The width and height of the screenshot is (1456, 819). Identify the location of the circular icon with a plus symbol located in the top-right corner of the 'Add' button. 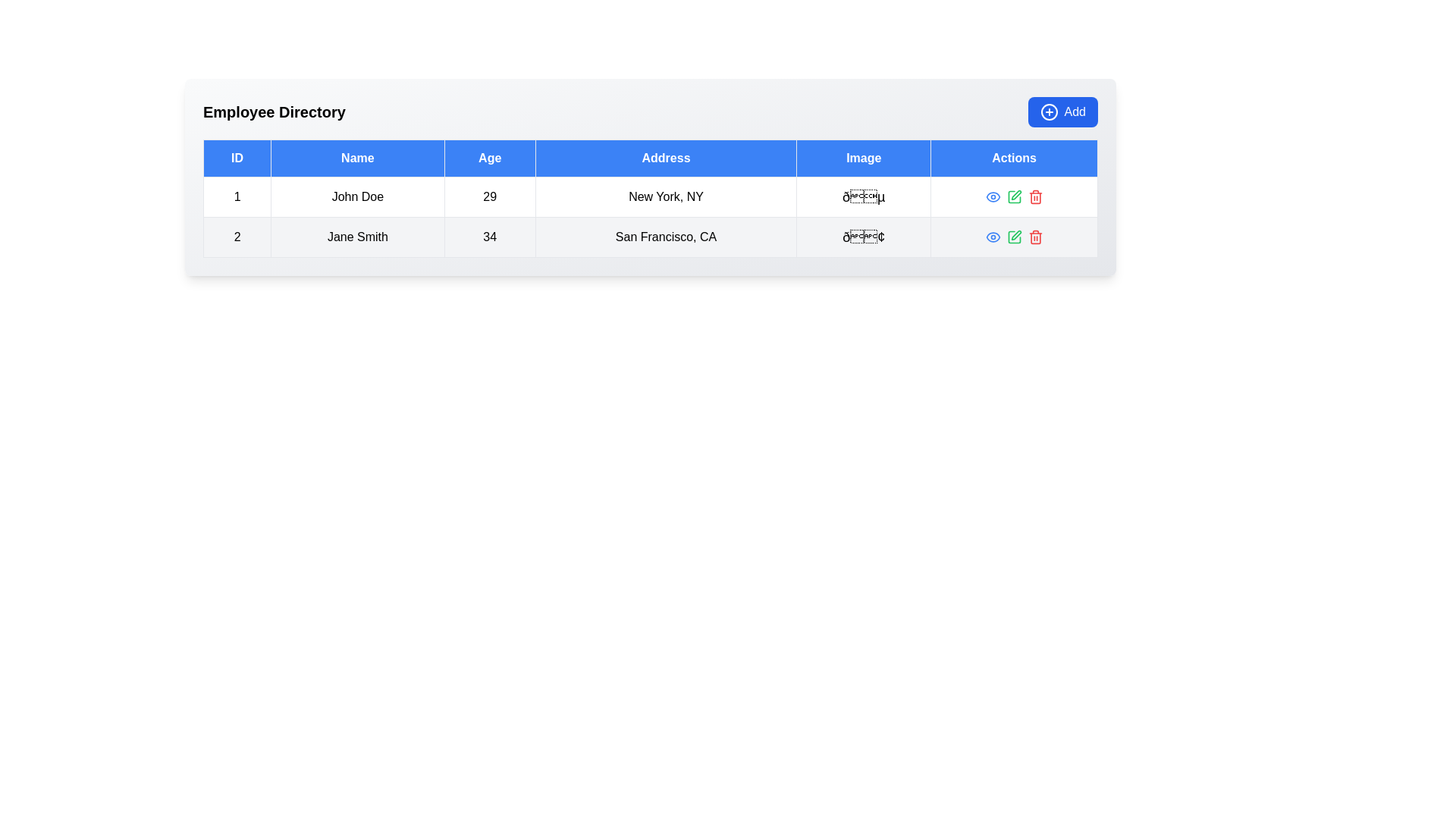
(1048, 111).